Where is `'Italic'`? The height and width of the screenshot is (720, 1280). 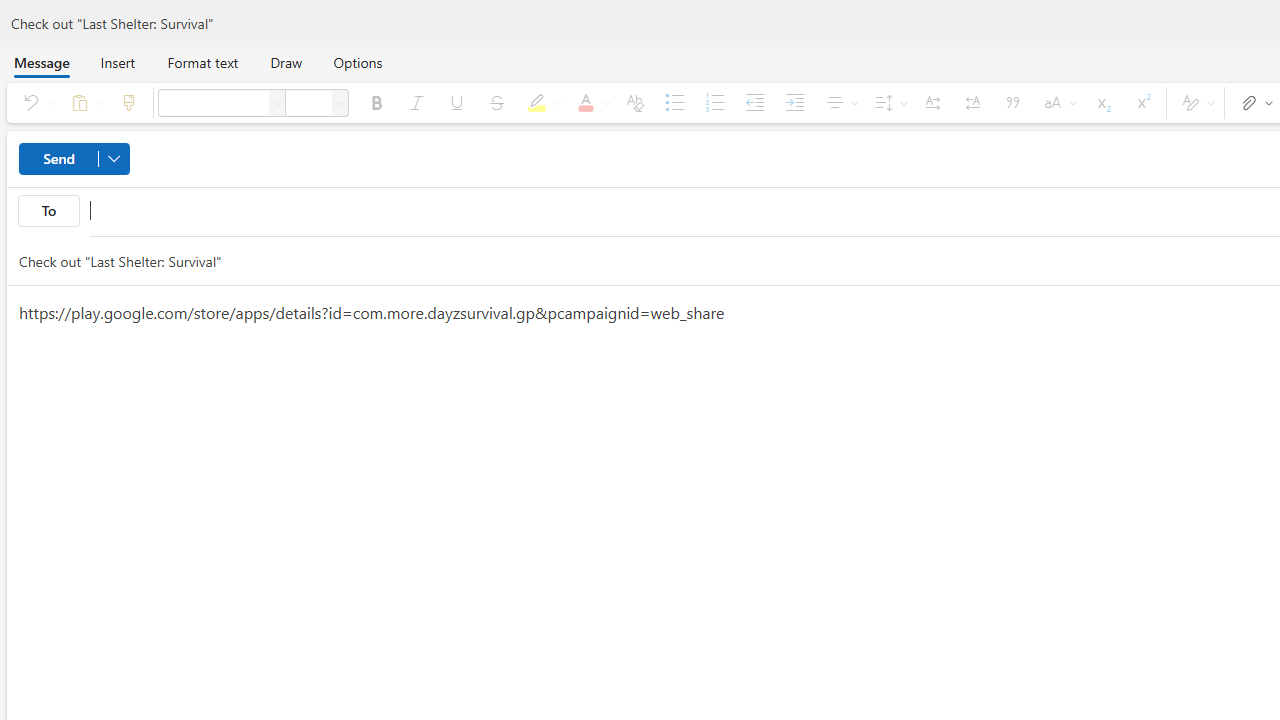
'Italic' is located at coordinates (415, 102).